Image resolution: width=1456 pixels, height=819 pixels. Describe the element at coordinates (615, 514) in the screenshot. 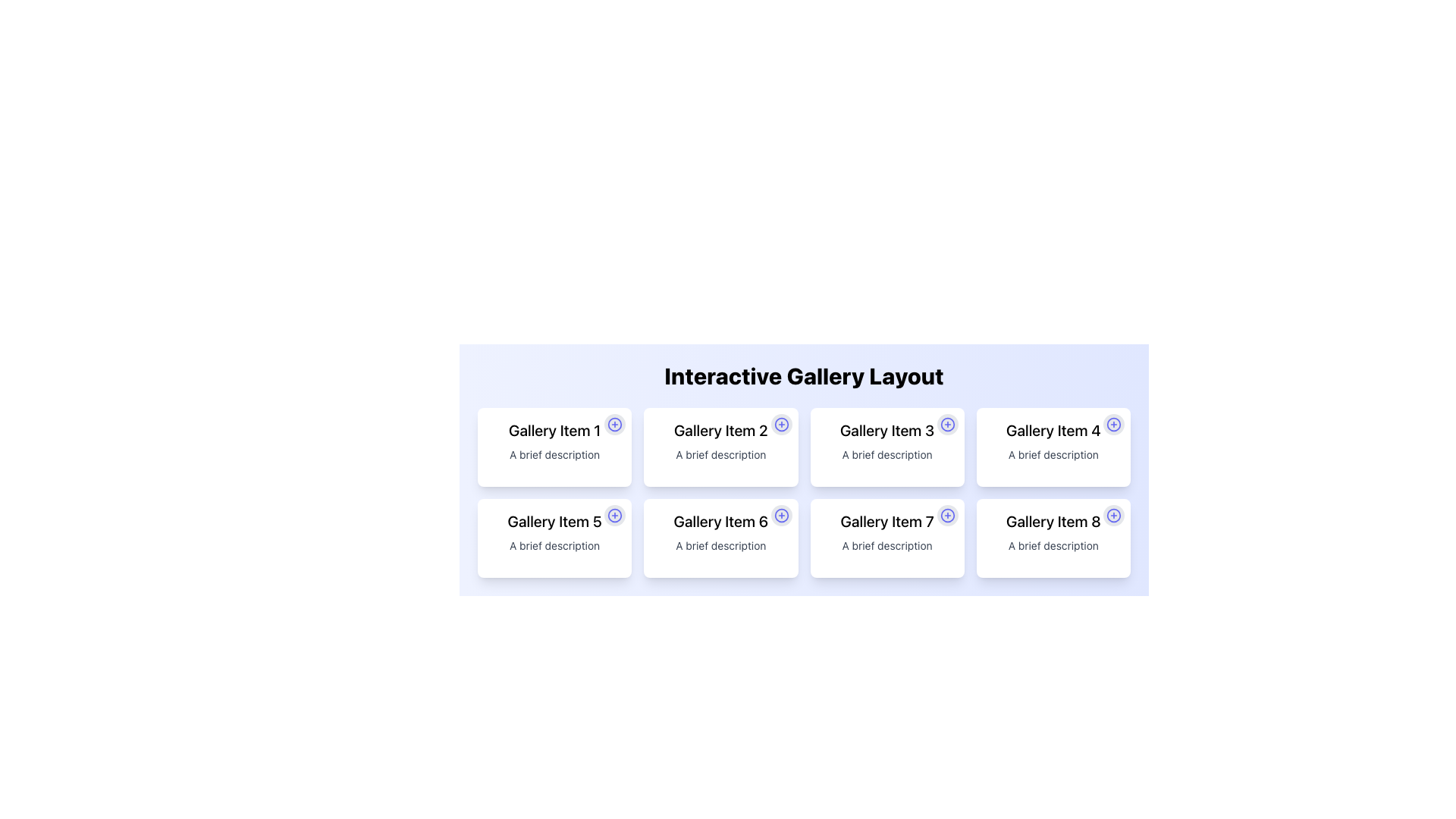

I see `the circular indigo button with a plus sign inside, located in the upper-right corner of the 'Gallery Item 5' card` at that location.